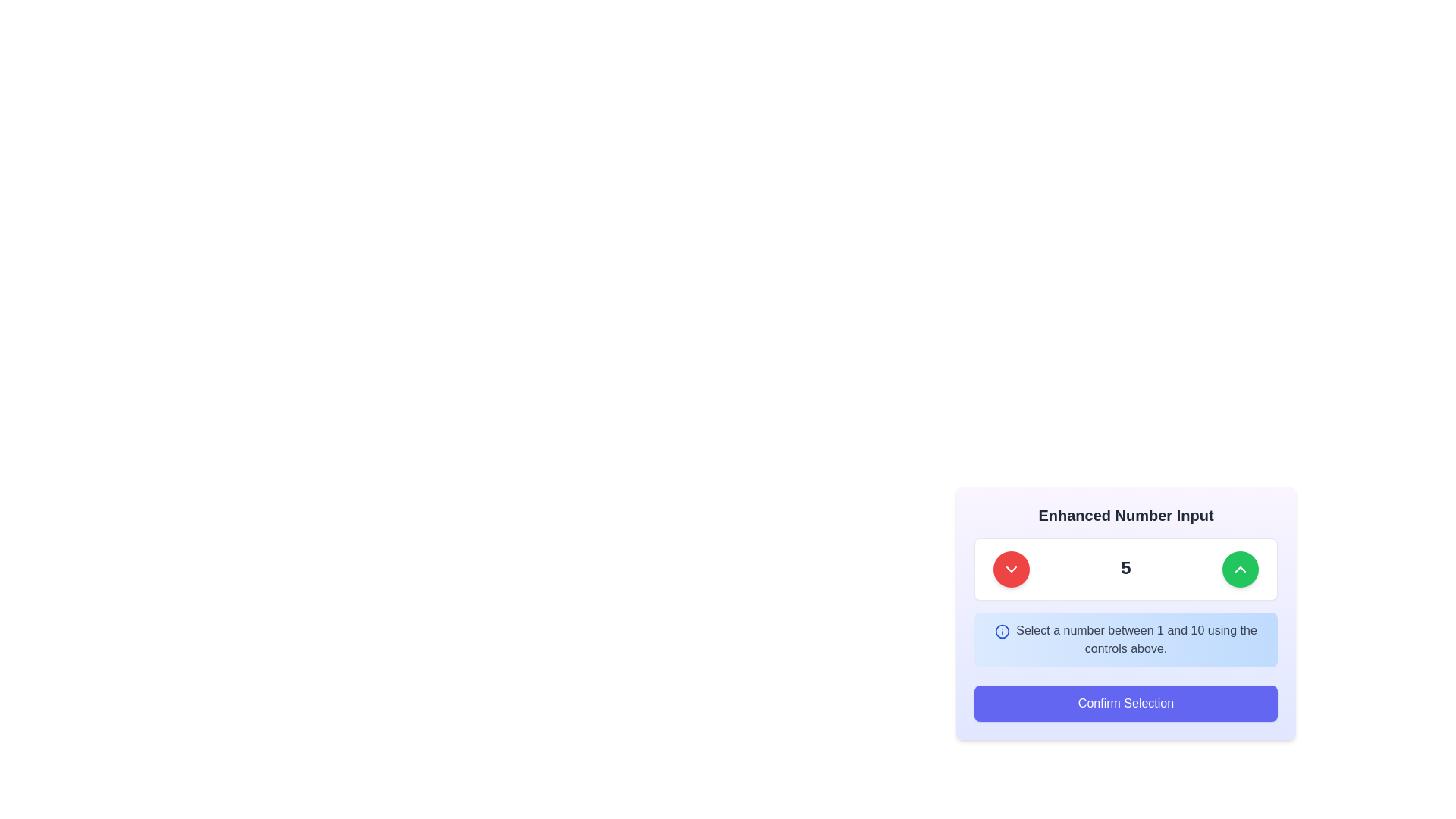  I want to click on the 'Confirm Selection' button, which is a rectangular button with a purple gradient background and white text, located at the bottom of a card in the lower right part of the viewport to confirm the selection, so click(1125, 704).